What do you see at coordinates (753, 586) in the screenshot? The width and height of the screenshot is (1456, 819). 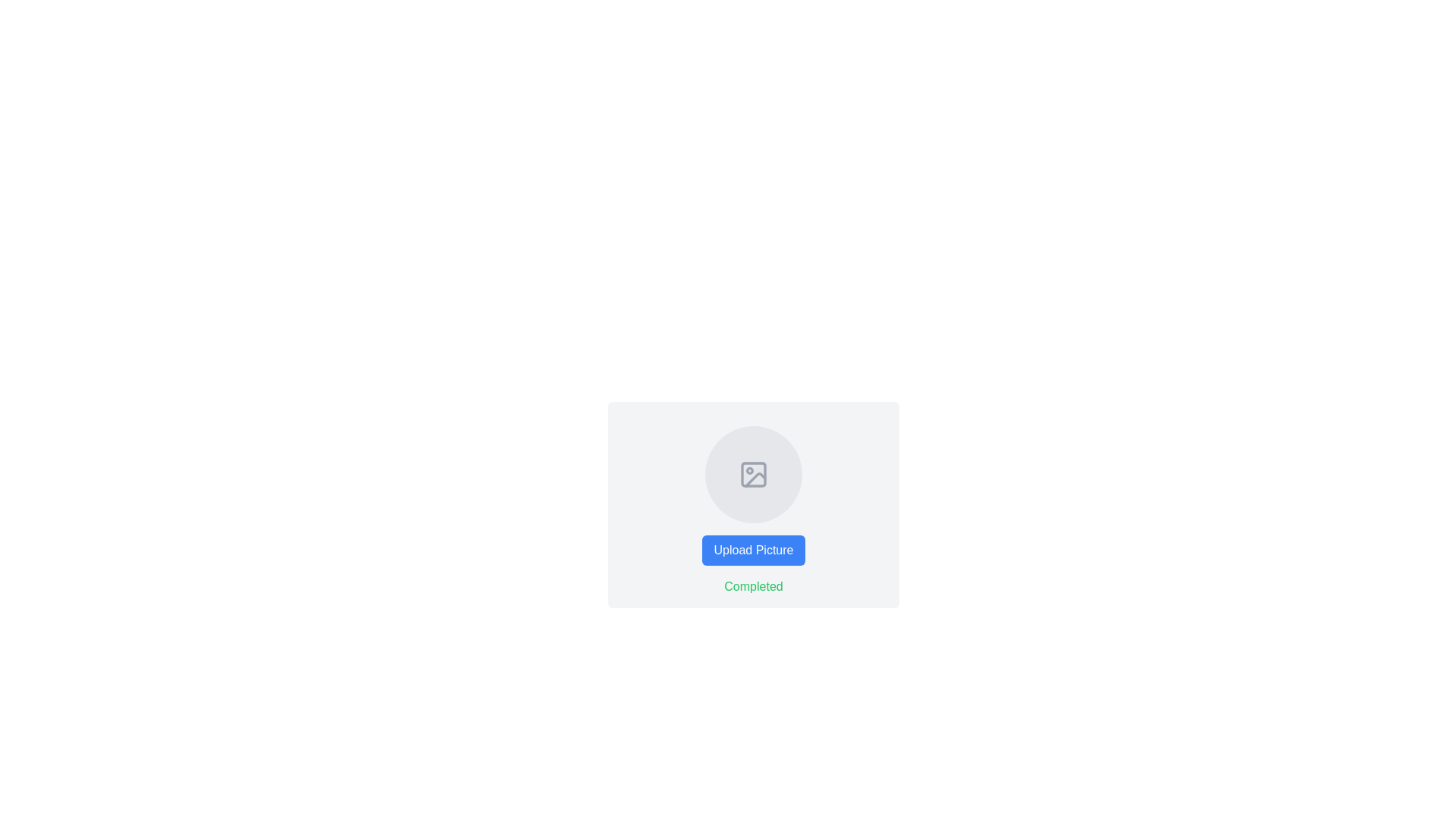 I see `the status indicator text label that informs the user about the successful completion of an action, located beneath the blue 'Upload Picture' button` at bounding box center [753, 586].